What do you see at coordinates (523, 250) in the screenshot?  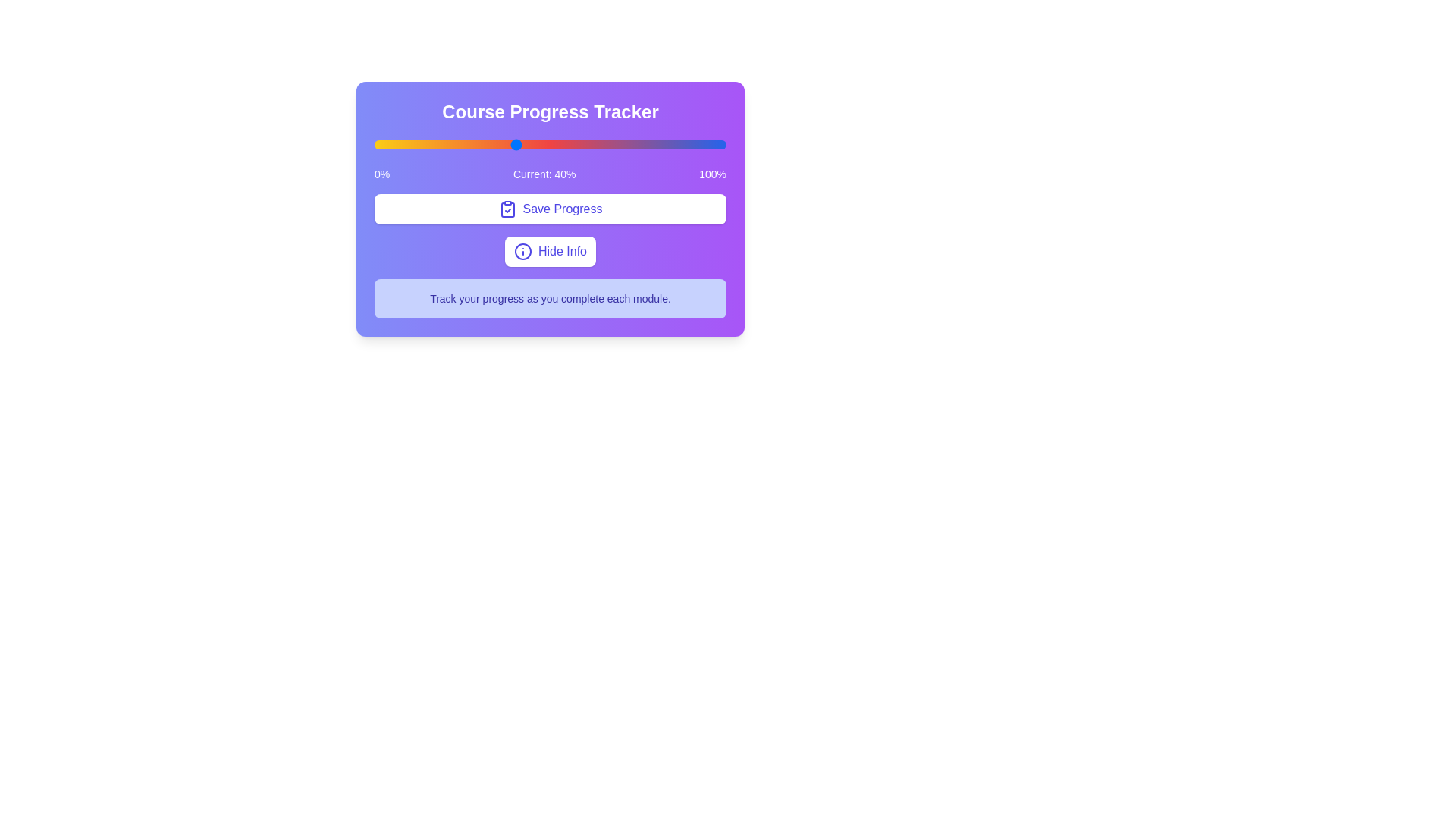 I see `the informational icon` at bounding box center [523, 250].